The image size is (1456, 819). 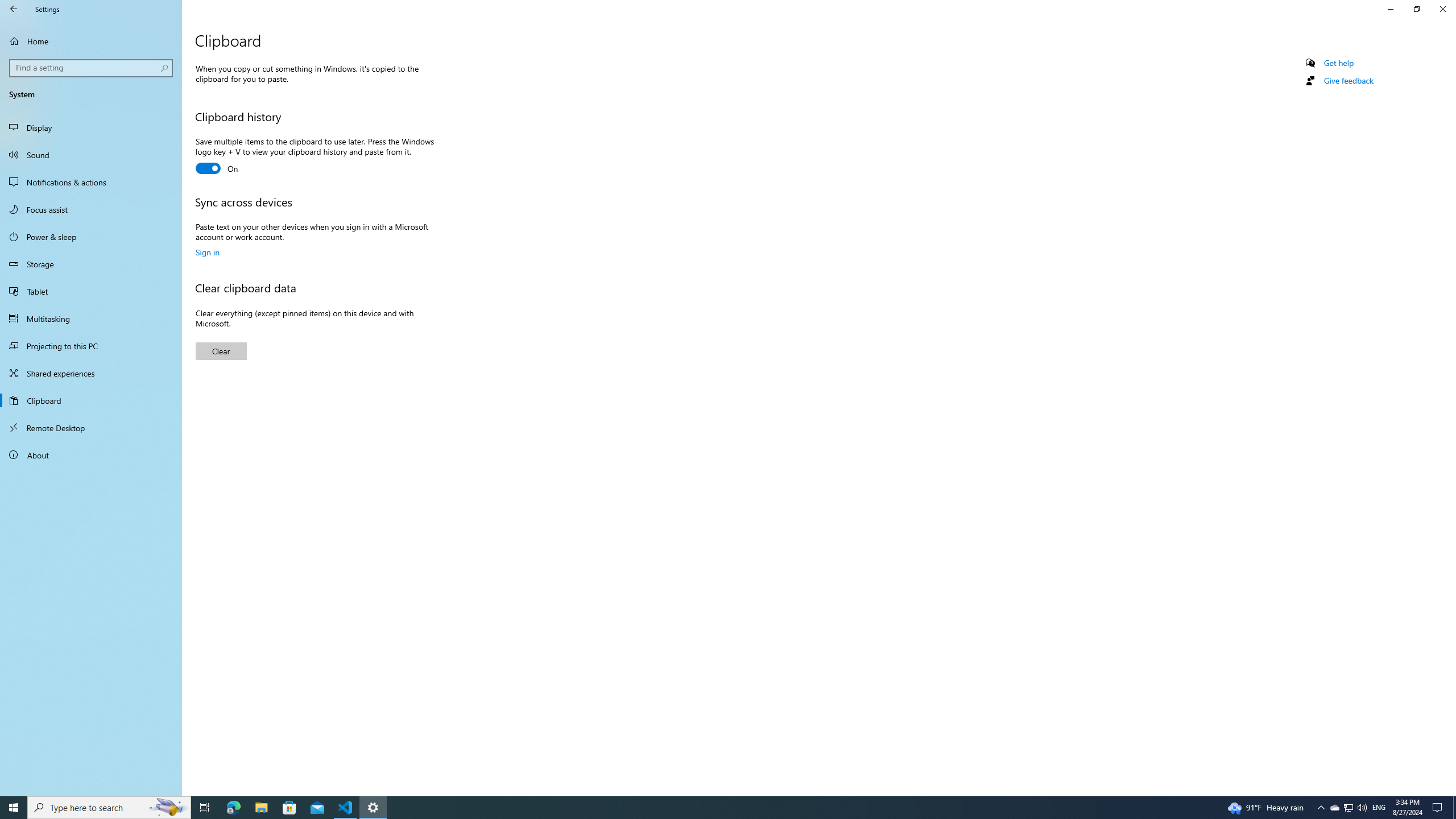 I want to click on 'Search box, Find a setting', so click(x=91, y=67).